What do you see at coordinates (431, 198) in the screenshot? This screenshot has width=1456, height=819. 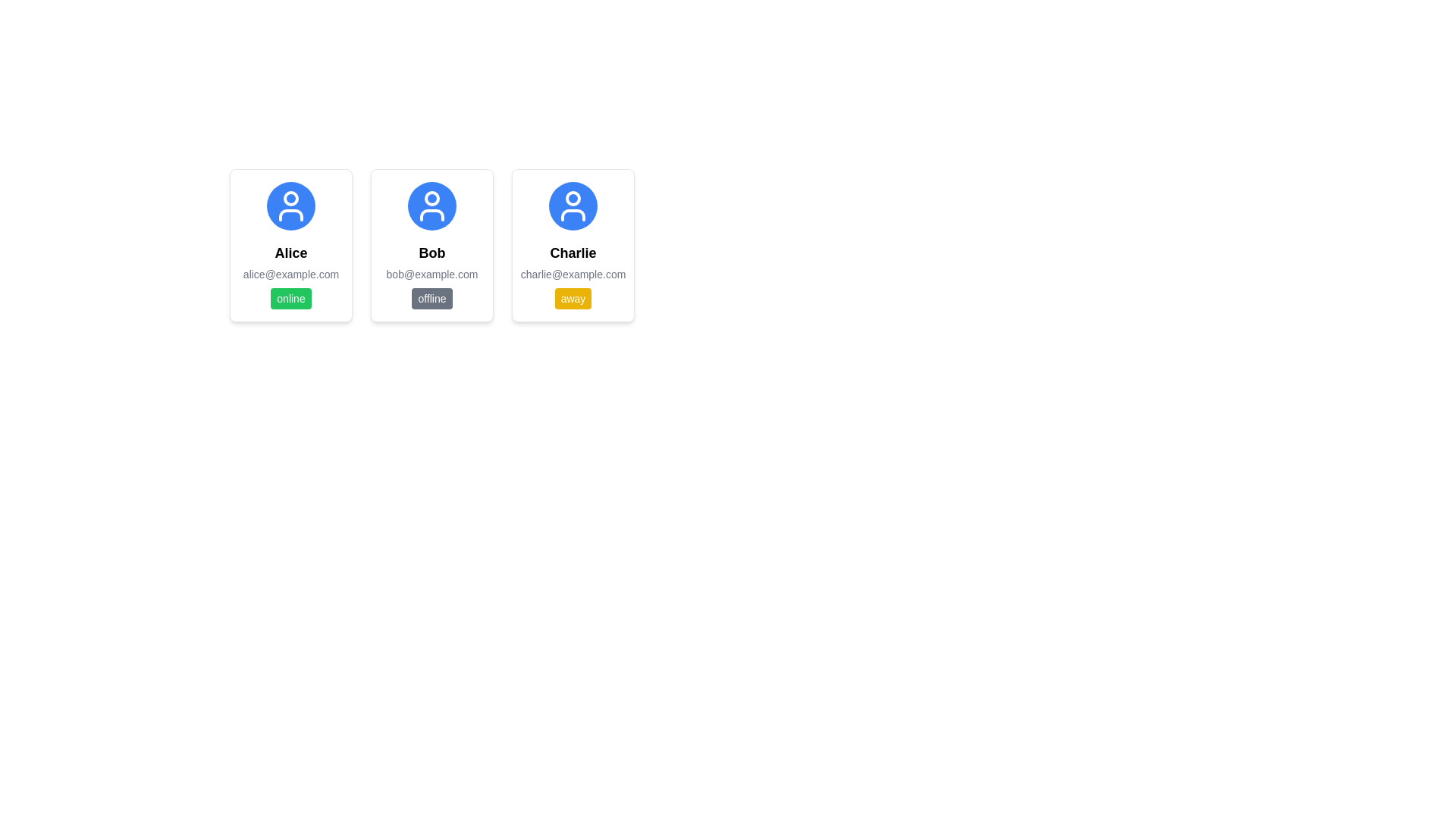 I see `the circular SVG element representing the user's head in the user profile icon located in the middle card (Bob)` at bounding box center [431, 198].